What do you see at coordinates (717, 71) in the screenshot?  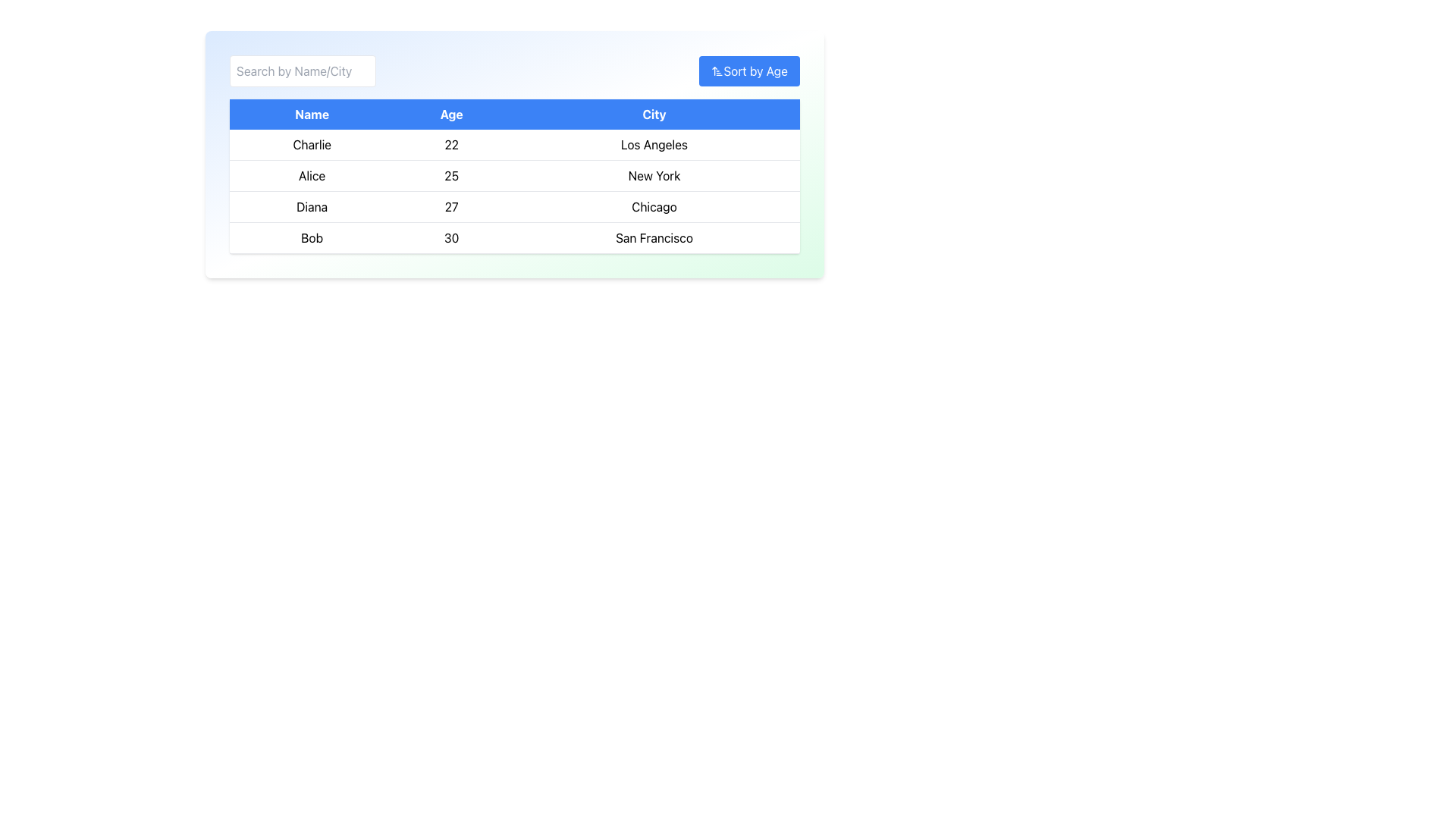 I see `the upward-pointing arrow icon that is located to the left of the text 'Sort by Age' within the button labeled 'Sort by Age' in the top-right corner of the interface` at bounding box center [717, 71].